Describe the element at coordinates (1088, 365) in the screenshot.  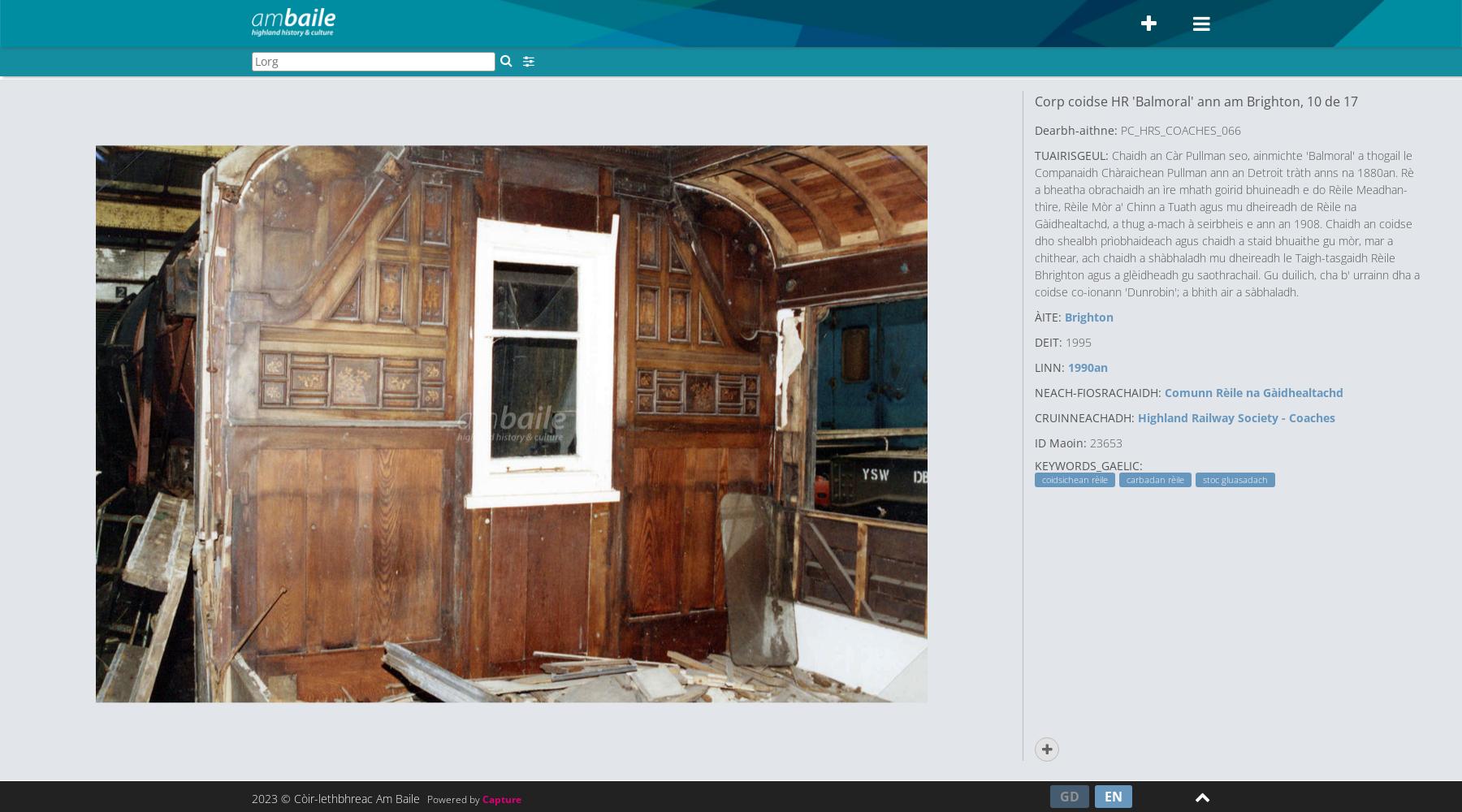
I see `'1990an'` at that location.